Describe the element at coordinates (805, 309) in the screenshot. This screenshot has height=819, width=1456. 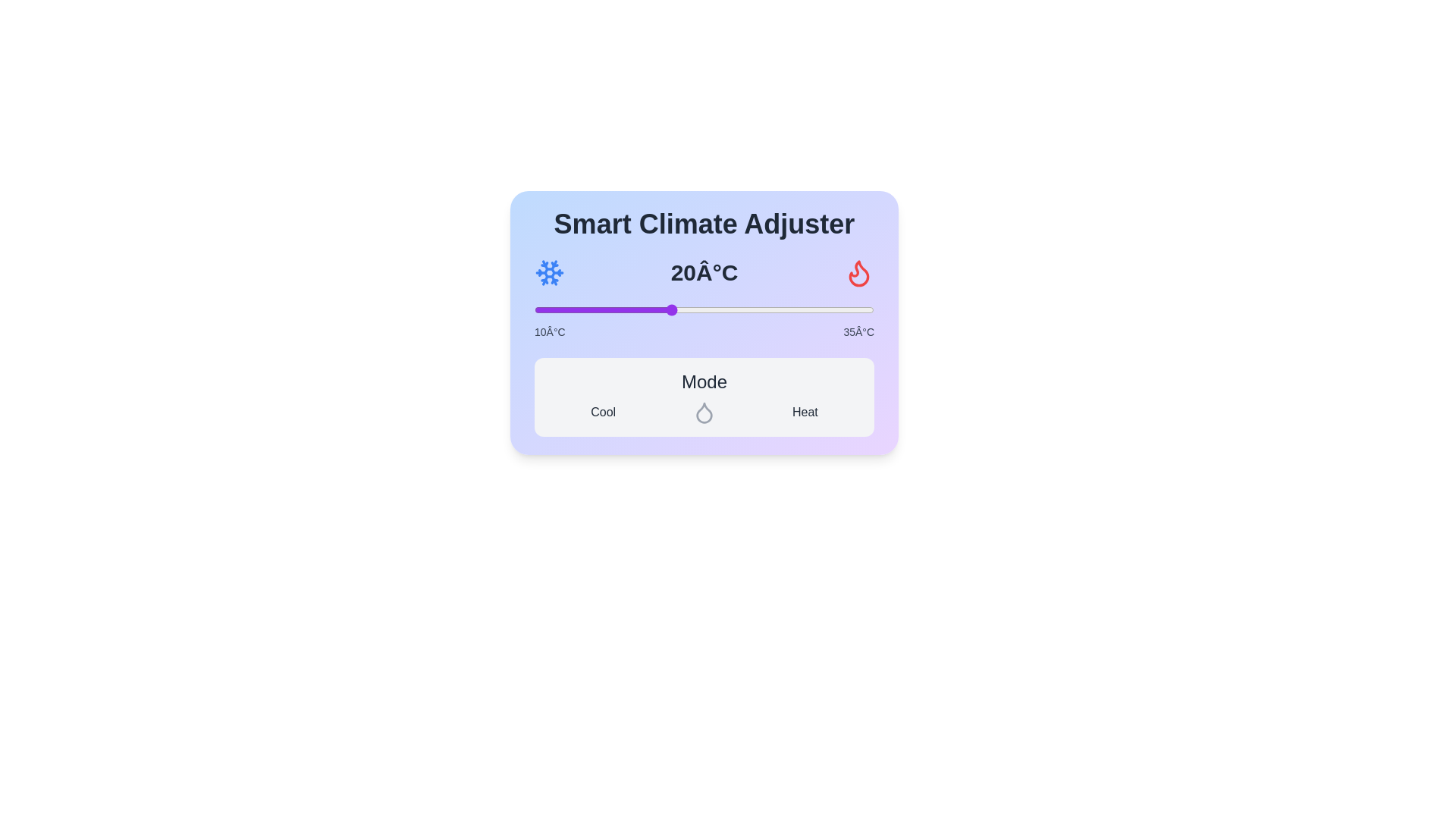
I see `the temperature to 30°C using the slider` at that location.